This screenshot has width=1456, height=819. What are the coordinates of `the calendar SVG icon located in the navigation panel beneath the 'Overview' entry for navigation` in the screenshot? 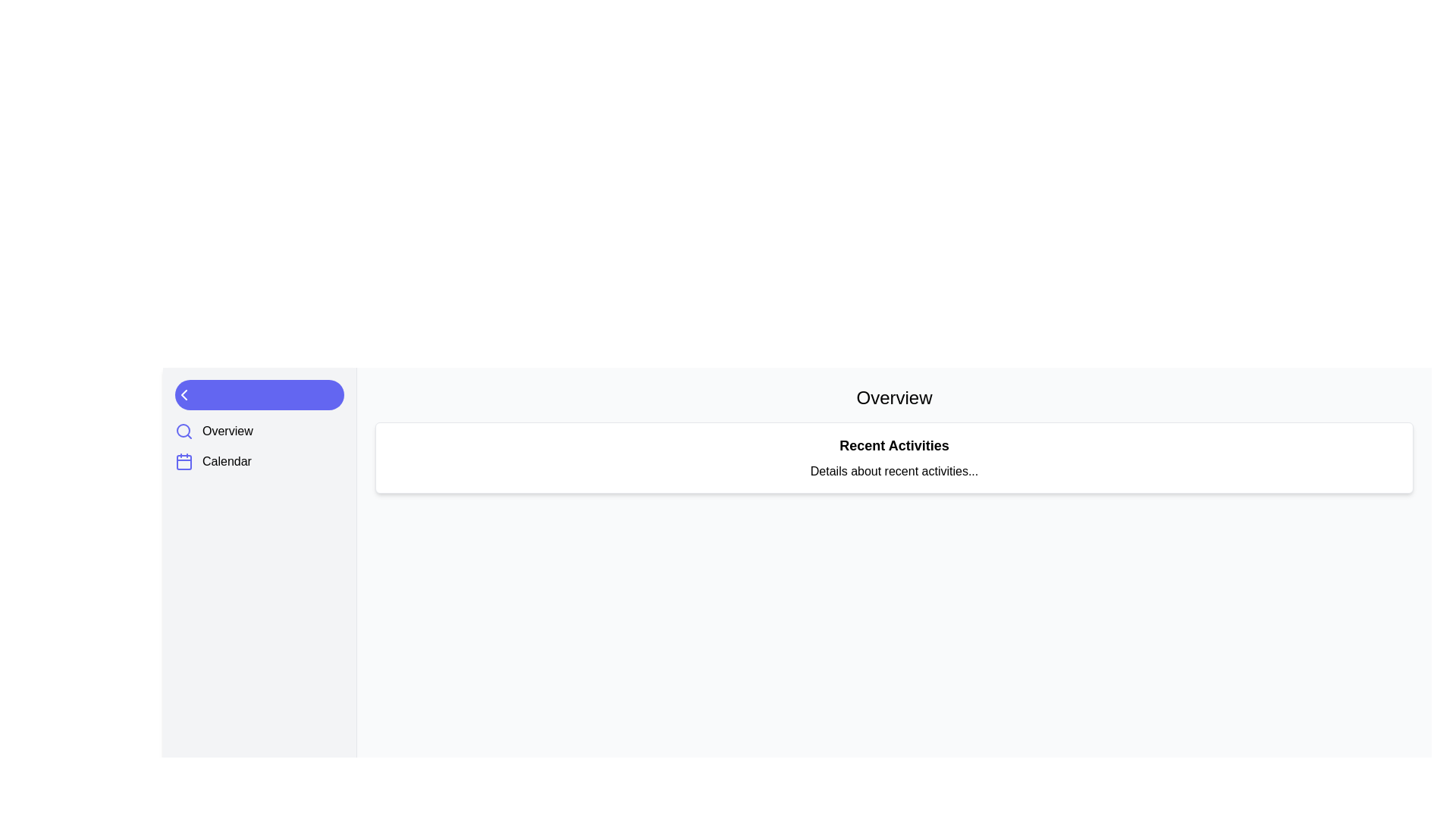 It's located at (184, 461).